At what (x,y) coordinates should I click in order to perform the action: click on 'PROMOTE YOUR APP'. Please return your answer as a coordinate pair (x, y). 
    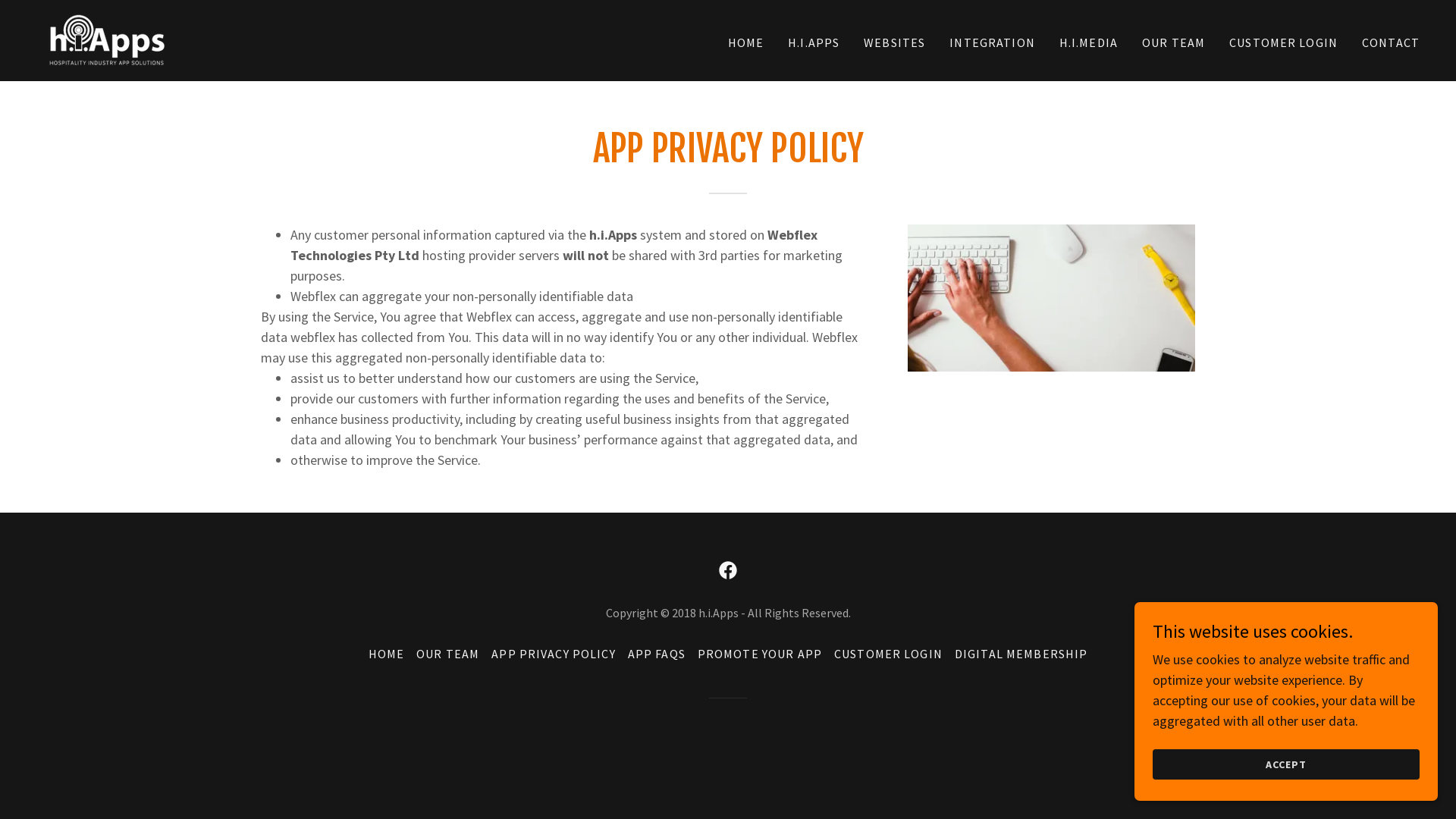
    Looking at the image, I should click on (691, 652).